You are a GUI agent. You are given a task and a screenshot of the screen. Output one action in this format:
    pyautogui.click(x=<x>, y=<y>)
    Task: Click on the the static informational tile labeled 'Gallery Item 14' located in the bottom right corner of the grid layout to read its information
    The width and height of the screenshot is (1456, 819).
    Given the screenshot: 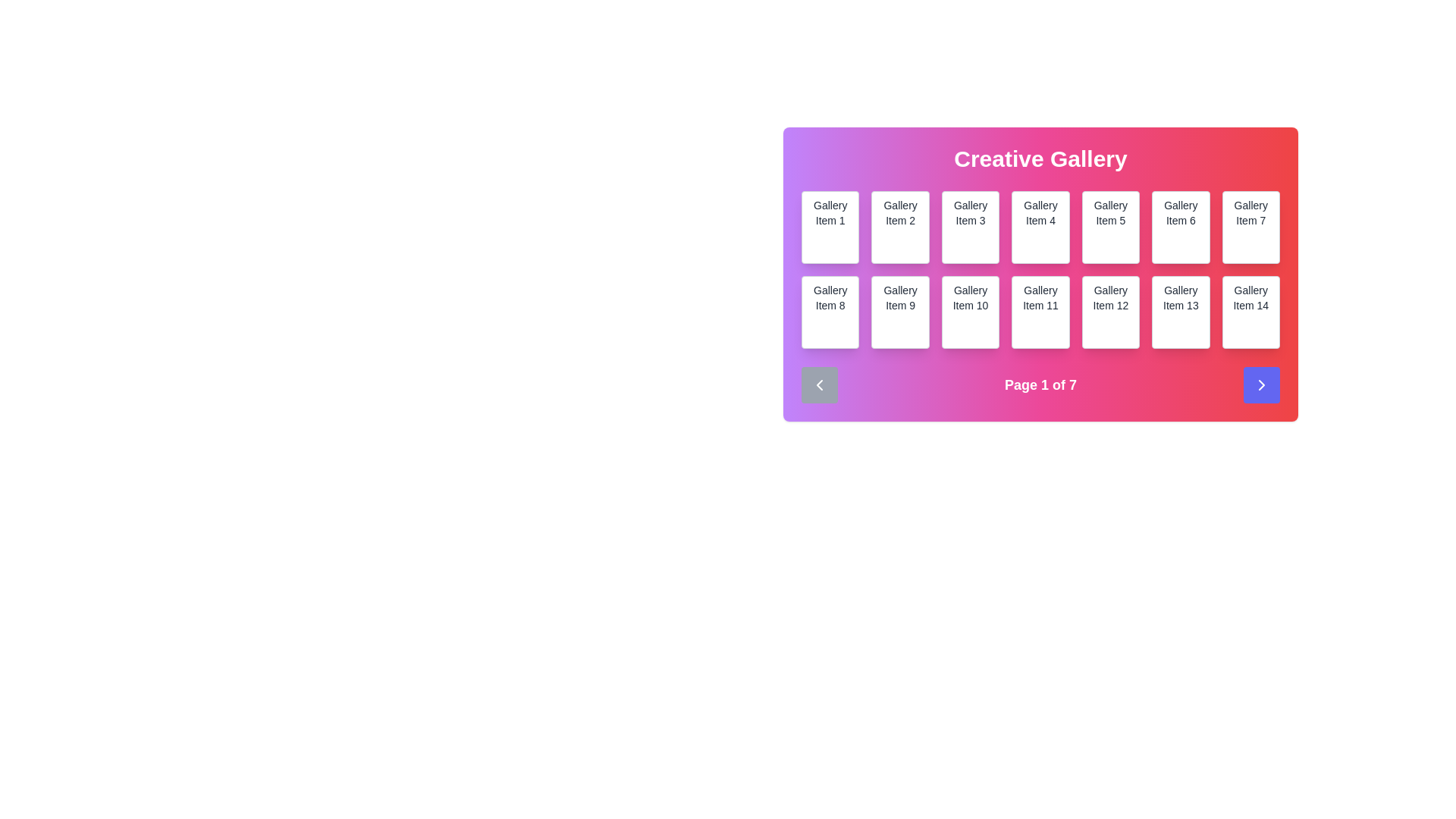 What is the action you would take?
    pyautogui.click(x=1250, y=312)
    